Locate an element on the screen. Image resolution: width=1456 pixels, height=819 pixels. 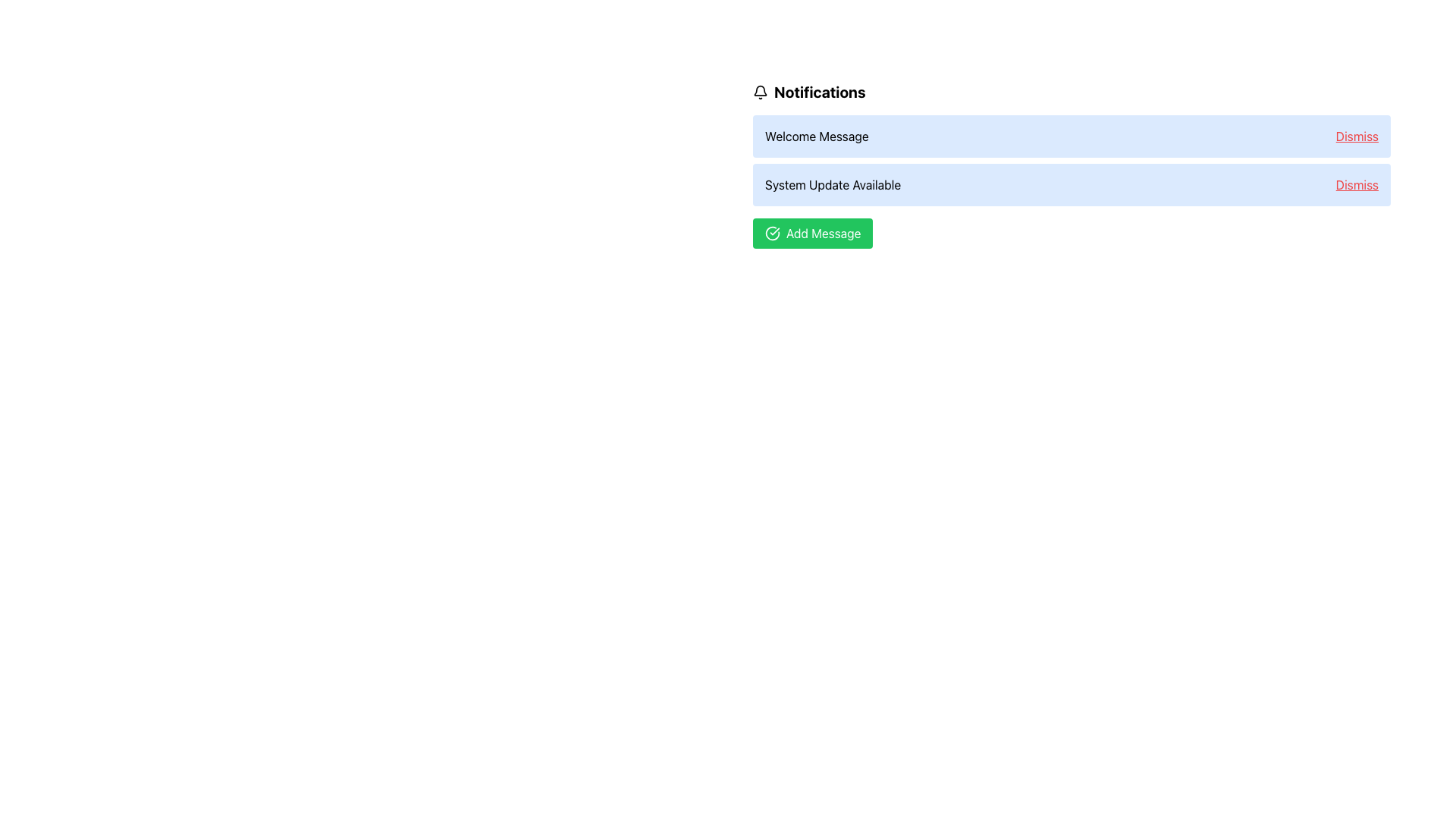
the Text Label that notifies users about the availability of a system update is located at coordinates (832, 184).